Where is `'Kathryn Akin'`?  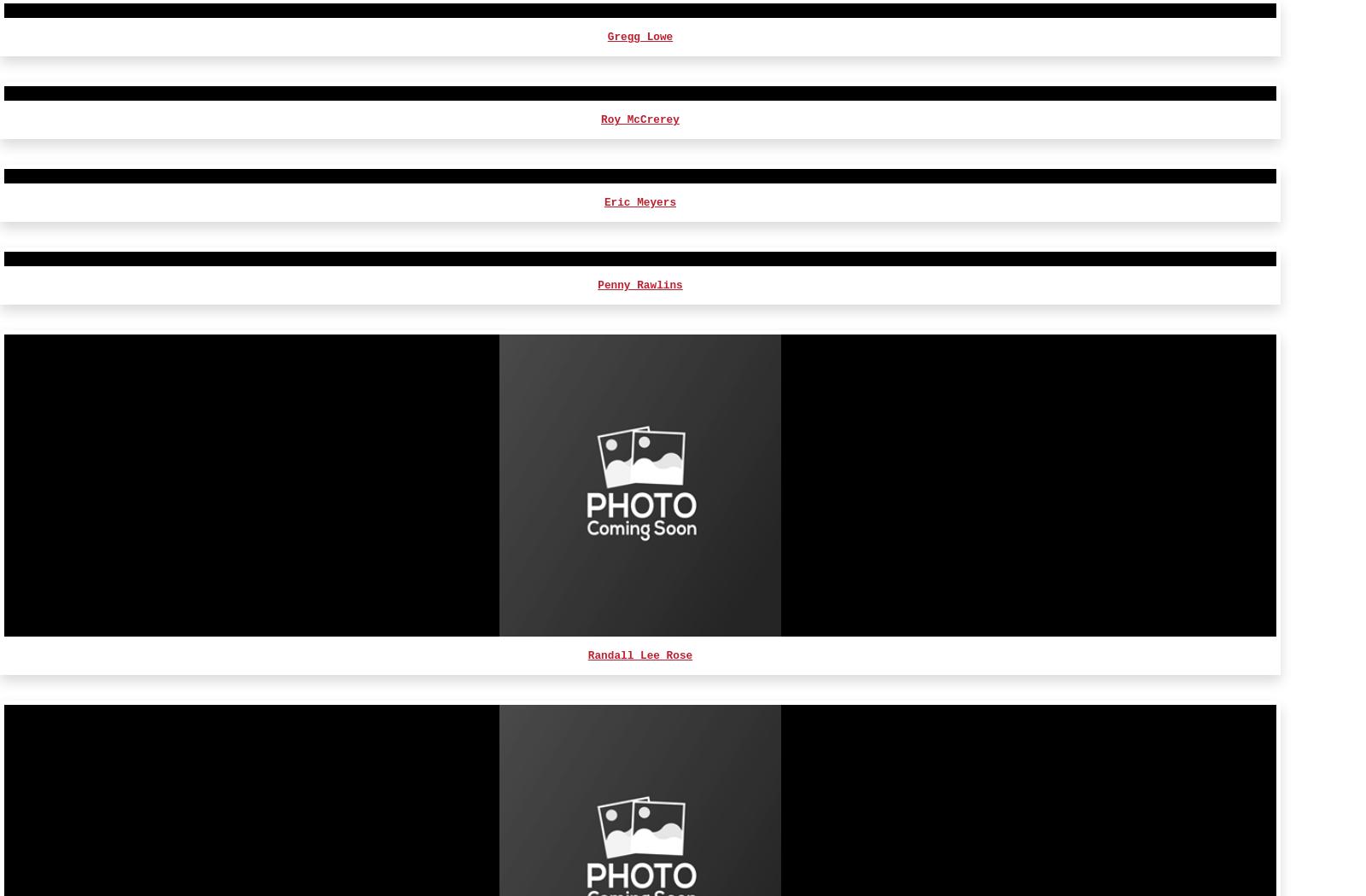 'Kathryn Akin' is located at coordinates (639, 651).